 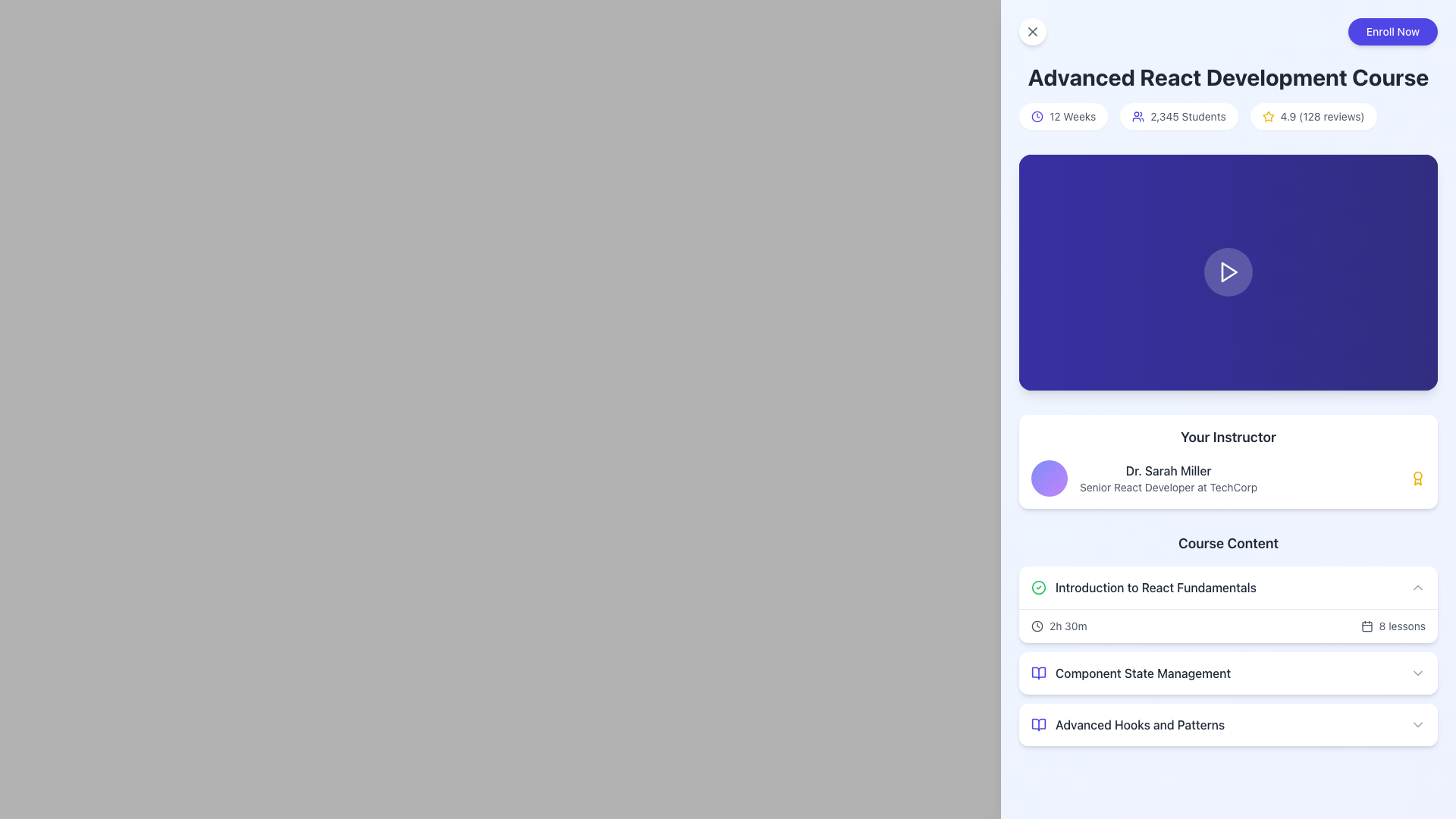 I want to click on the text and clock icon displaying '2h 30m' located in the 'Introduction to React Fundamentals' section of the 'Course Content', positioned to the left of '8 lessons', so click(x=1058, y=626).